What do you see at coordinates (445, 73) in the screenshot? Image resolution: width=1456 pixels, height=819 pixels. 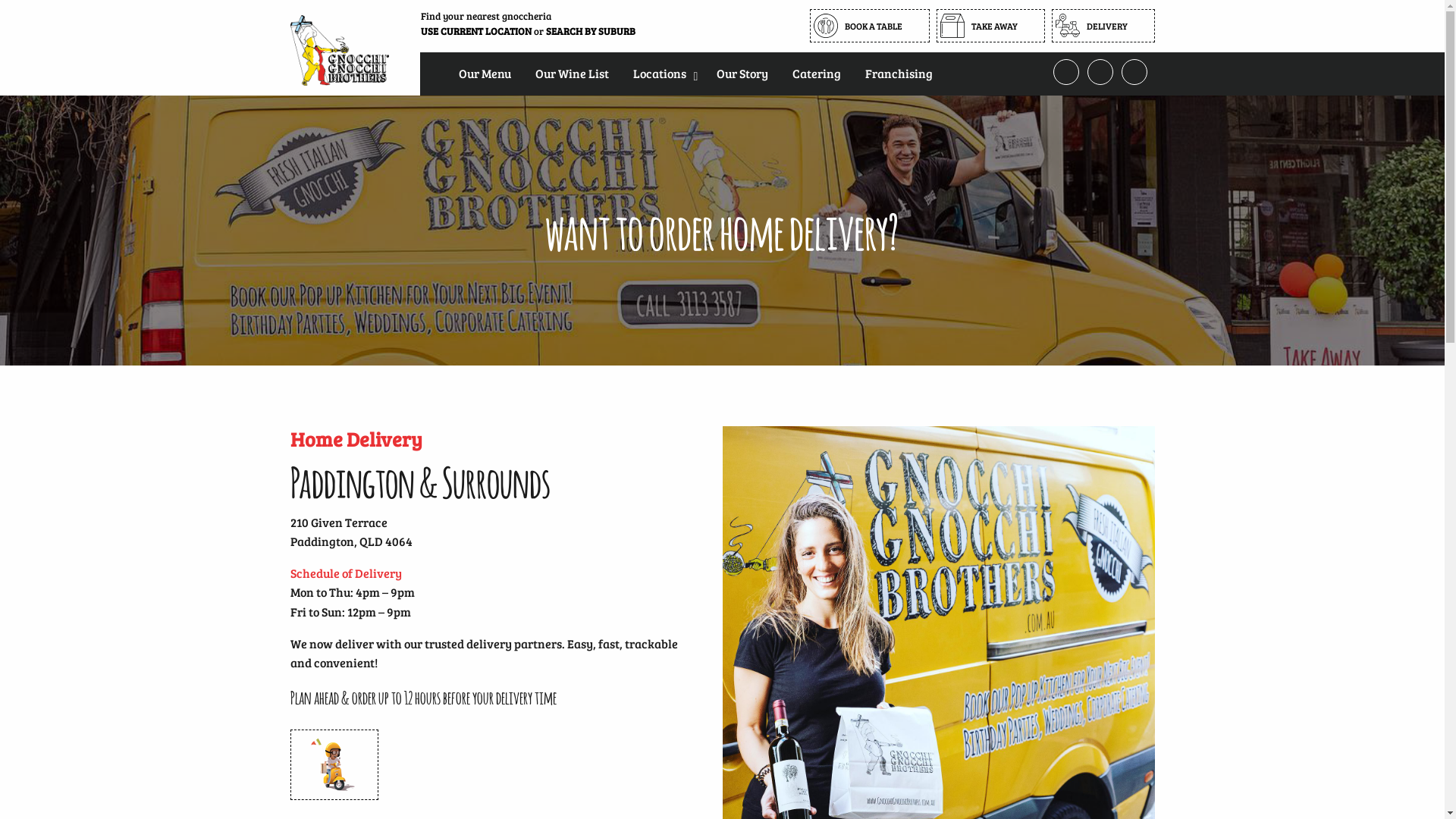 I see `'Our Menu'` at bounding box center [445, 73].